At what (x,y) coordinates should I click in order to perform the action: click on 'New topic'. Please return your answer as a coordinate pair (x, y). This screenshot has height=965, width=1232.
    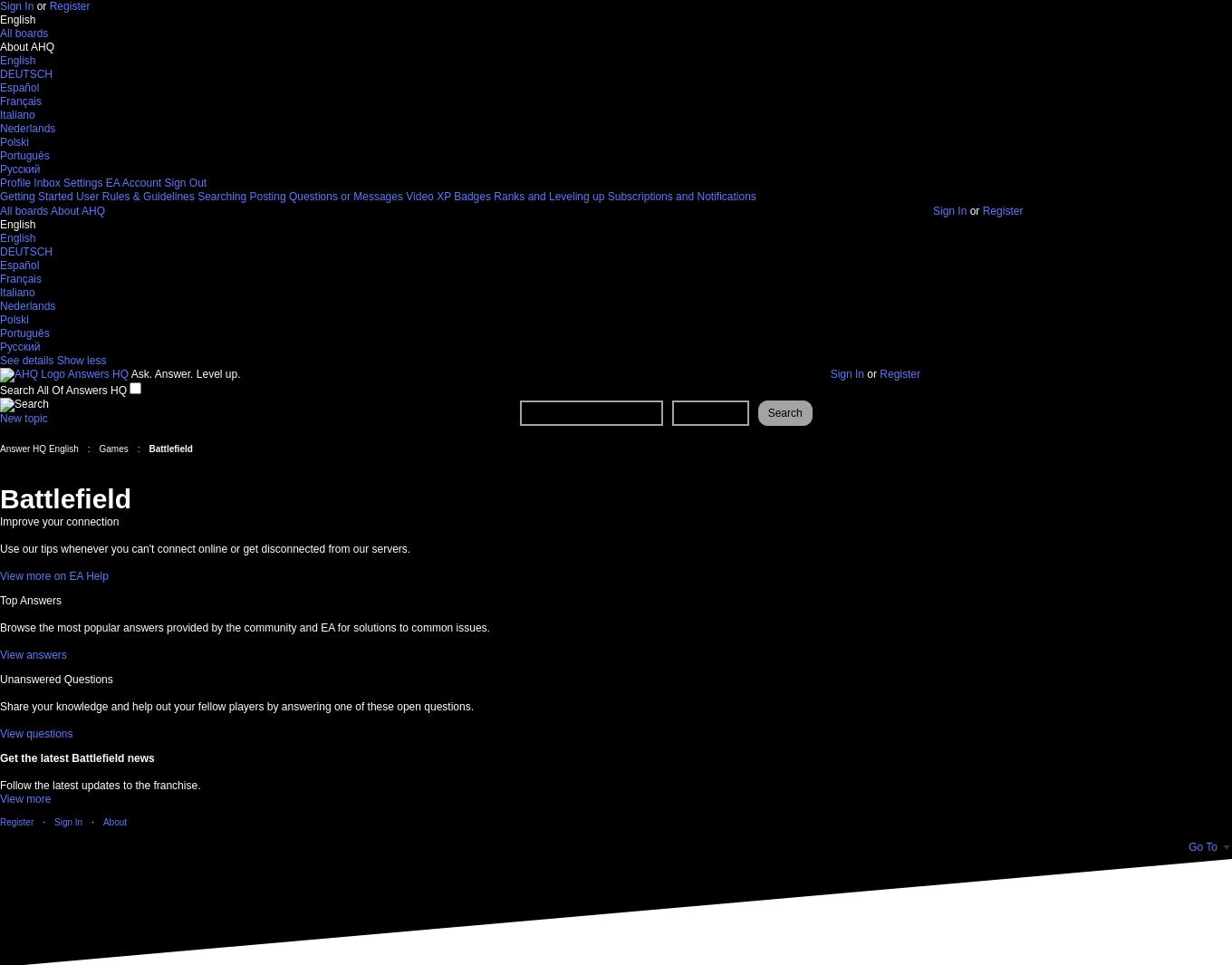
    Looking at the image, I should click on (23, 417).